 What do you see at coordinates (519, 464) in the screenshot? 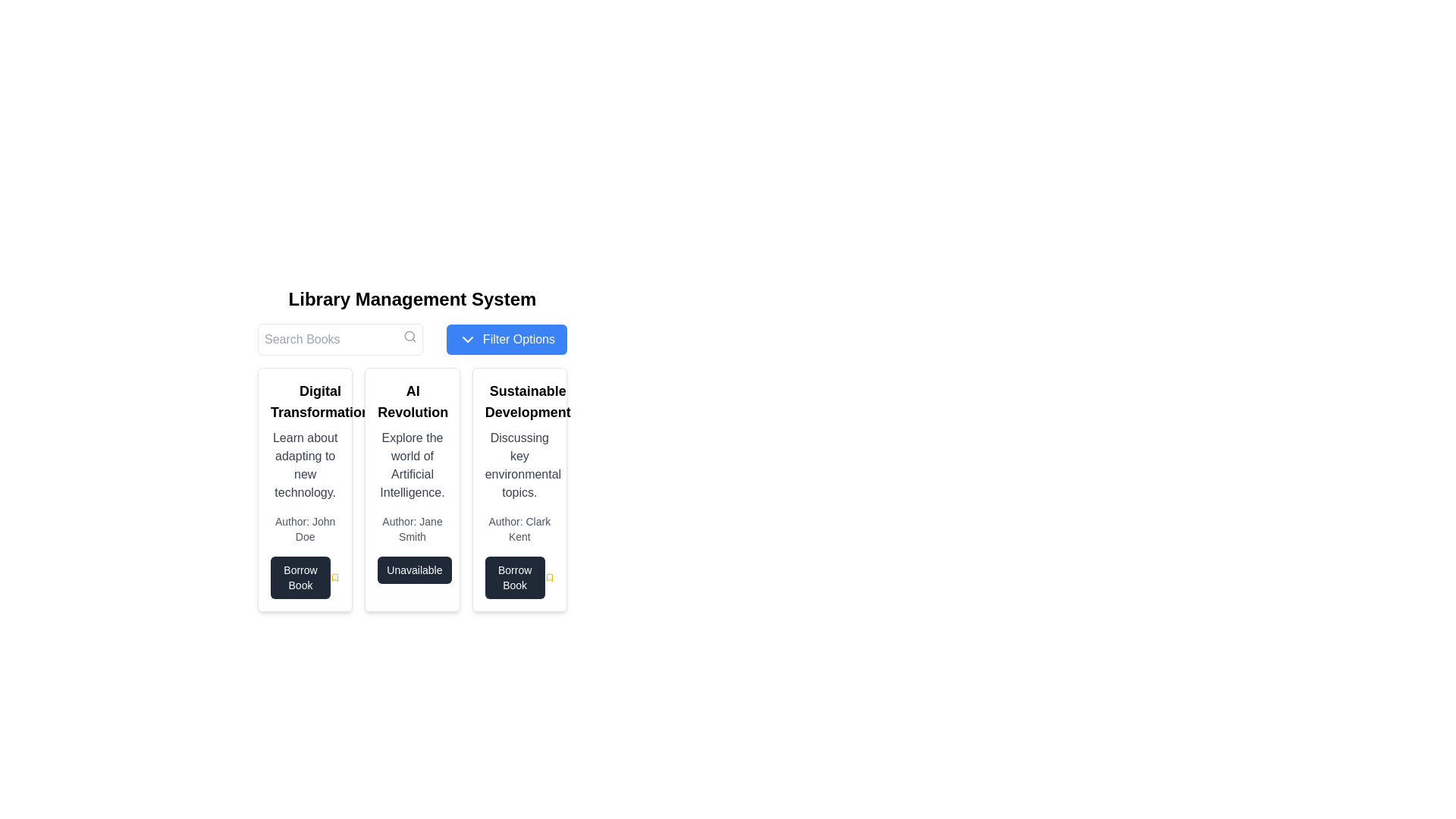
I see `the text block containing the phrase 'Discussing key environmental topics.' styled in gray, located in the third card from the left under the title 'Sustainable Development'` at bounding box center [519, 464].